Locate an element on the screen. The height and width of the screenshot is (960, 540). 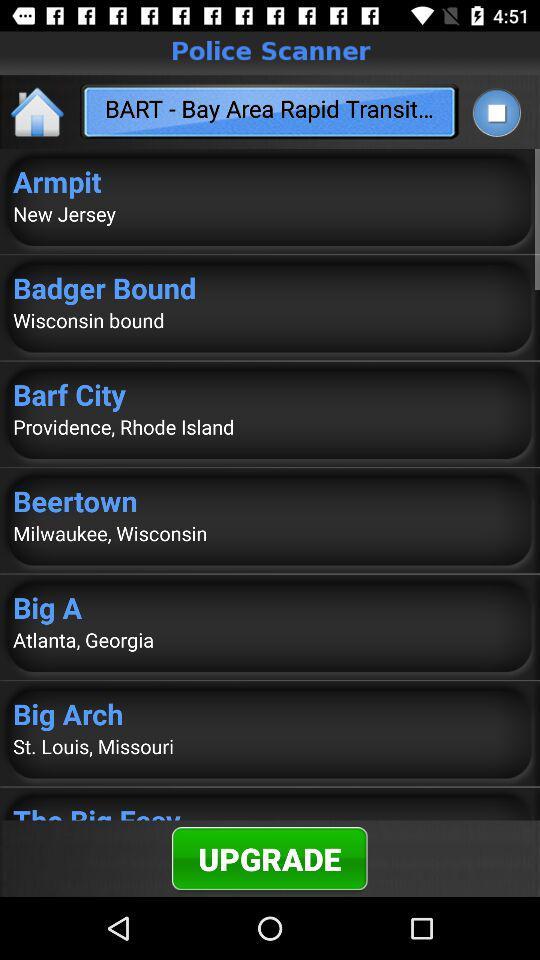
the app to the left of the bart bay area item is located at coordinates (38, 111).